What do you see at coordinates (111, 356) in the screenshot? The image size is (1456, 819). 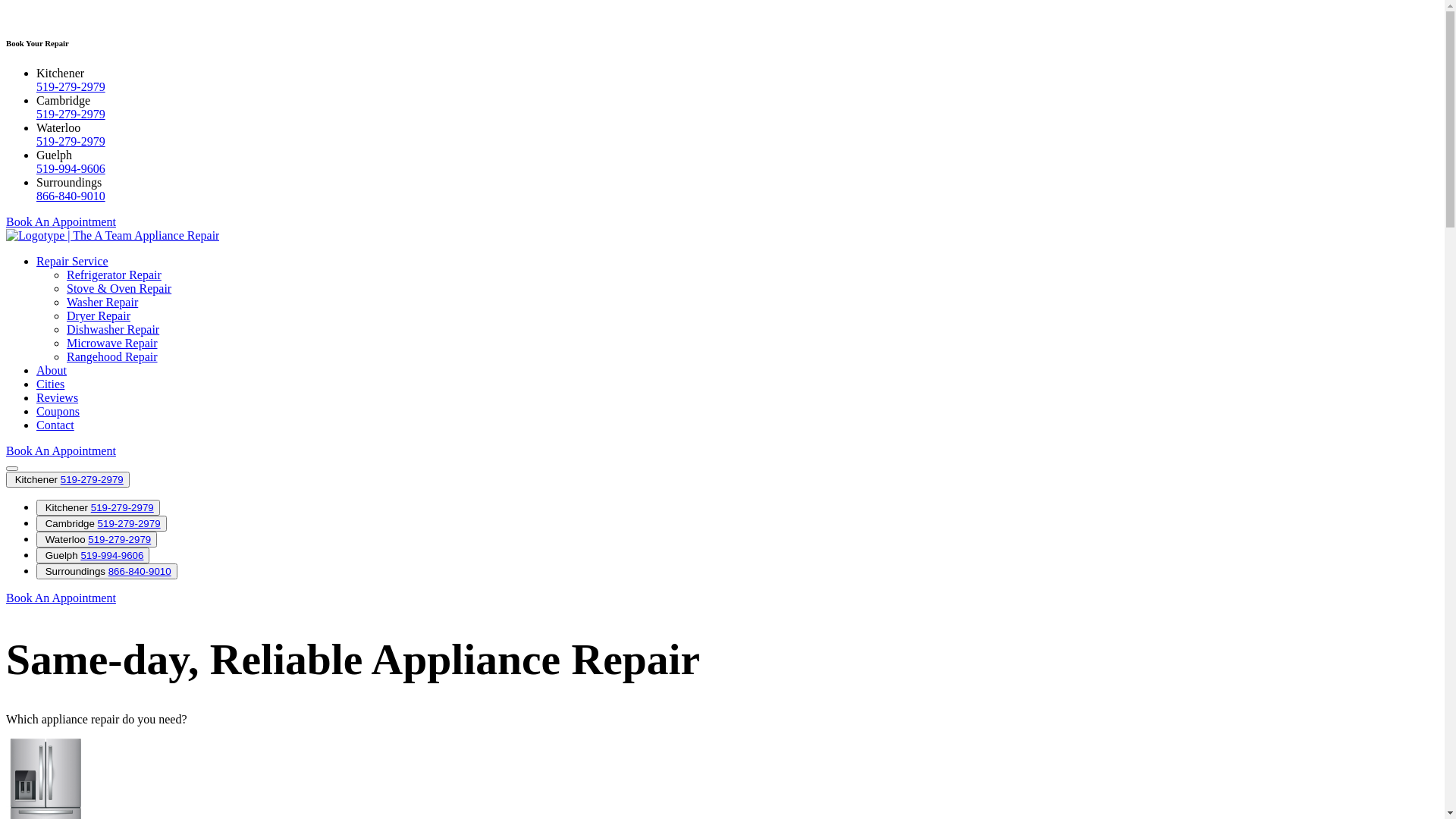 I see `'Rangehood Repair'` at bounding box center [111, 356].